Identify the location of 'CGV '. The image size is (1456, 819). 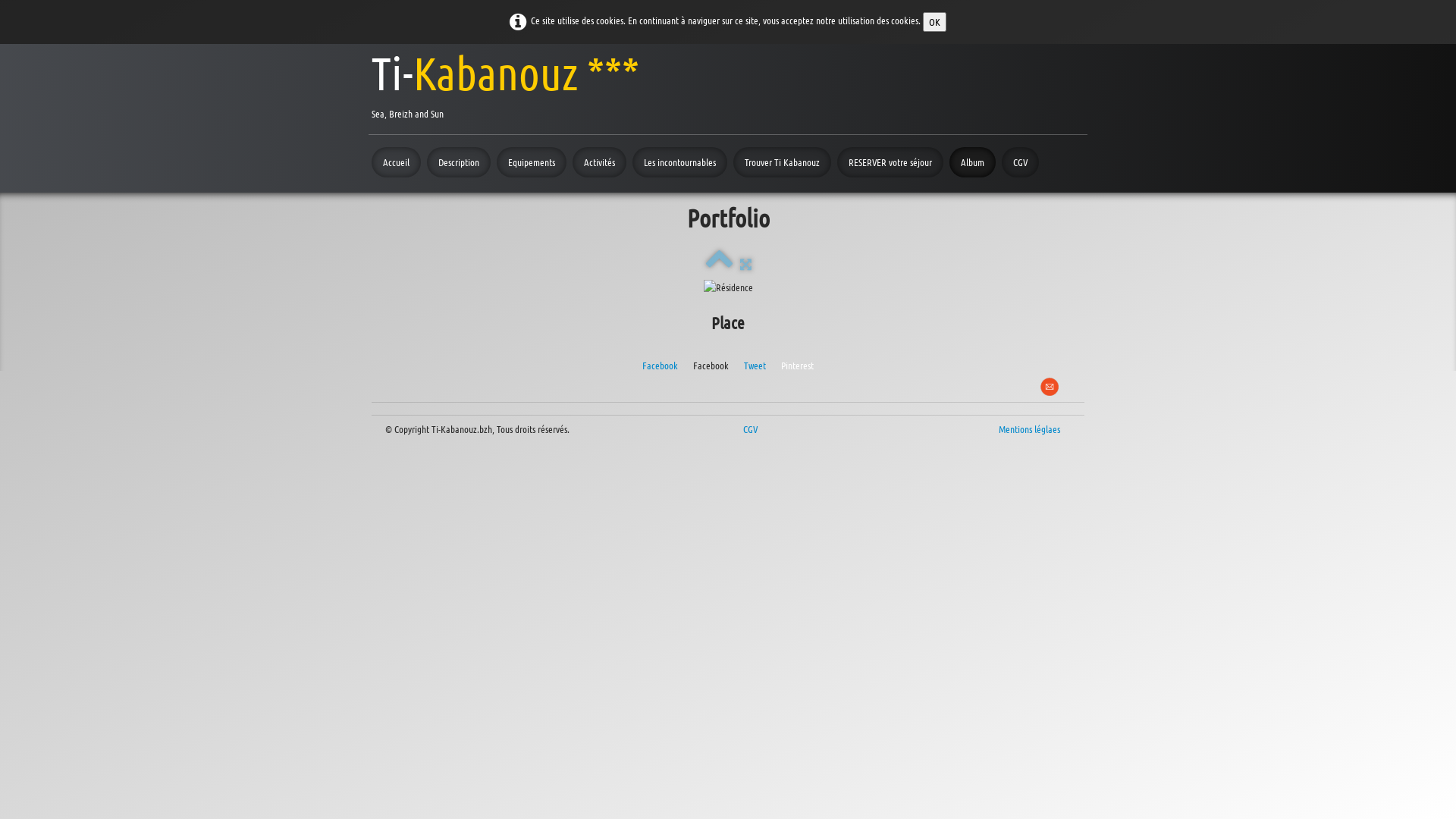
(752, 428).